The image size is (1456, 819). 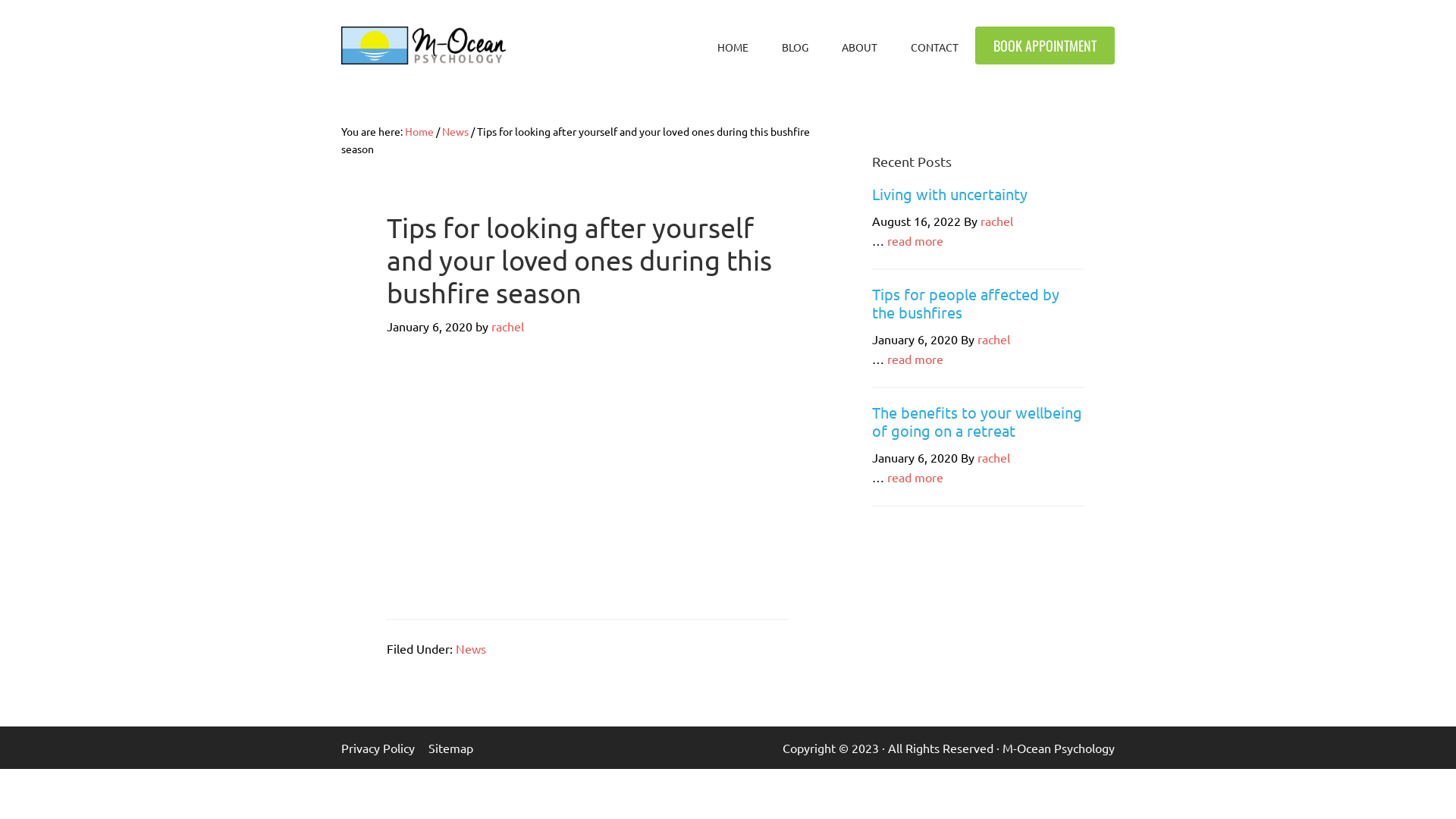 I want to click on 'rachel', so click(x=996, y=220).